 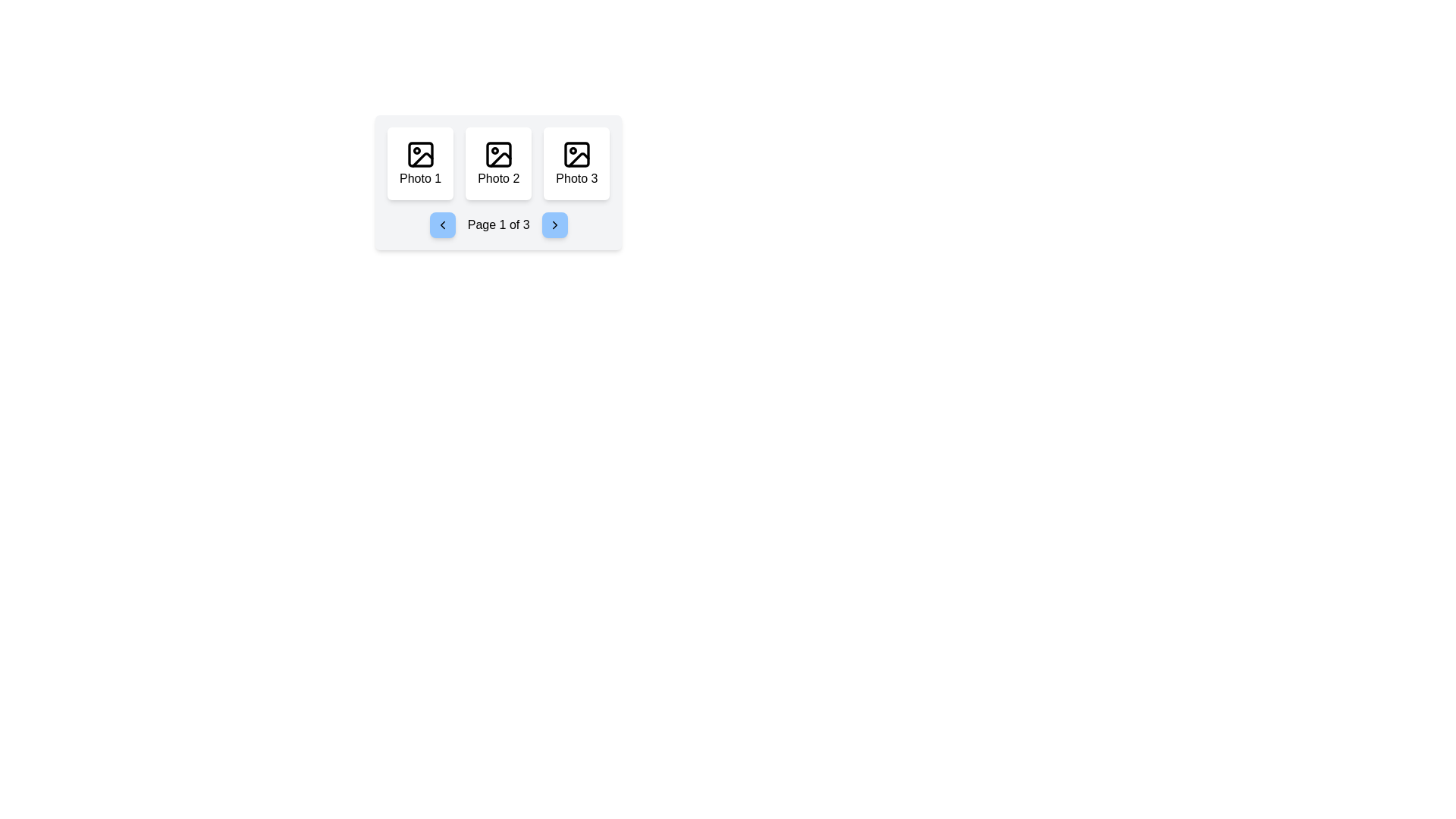 I want to click on the graphic component (rounded rectangle) of the button representing 'Photo 2', which is the second button in a group of three horizontally aligned buttons, so click(x=498, y=155).